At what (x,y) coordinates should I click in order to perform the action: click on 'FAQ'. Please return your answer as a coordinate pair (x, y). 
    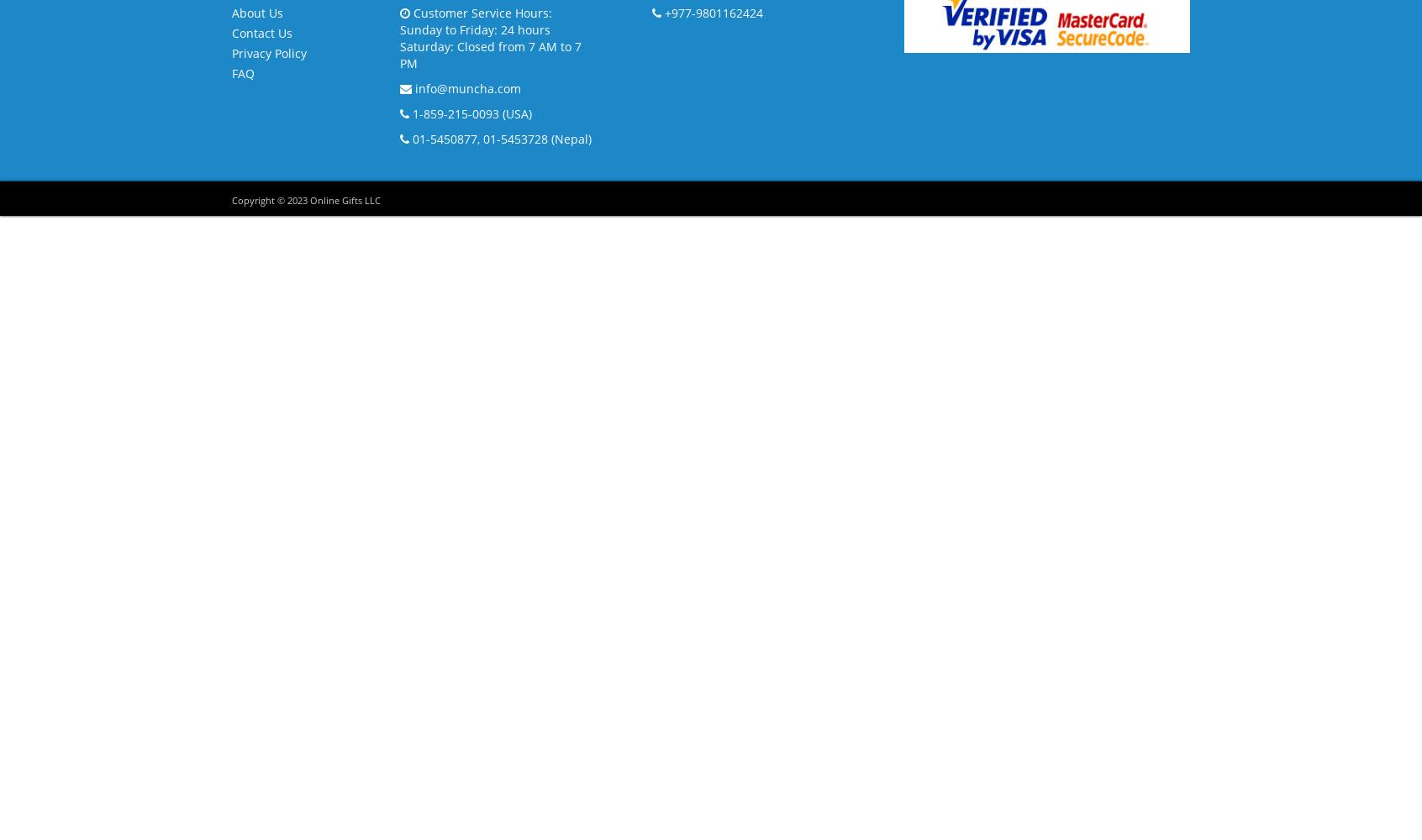
    Looking at the image, I should click on (242, 71).